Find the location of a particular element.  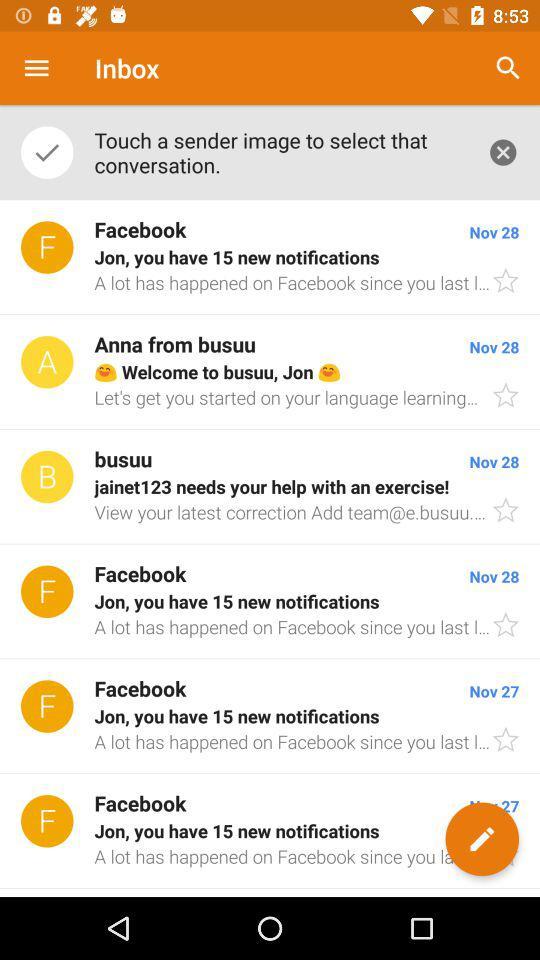

the icon at the bottom right corner is located at coordinates (481, 839).